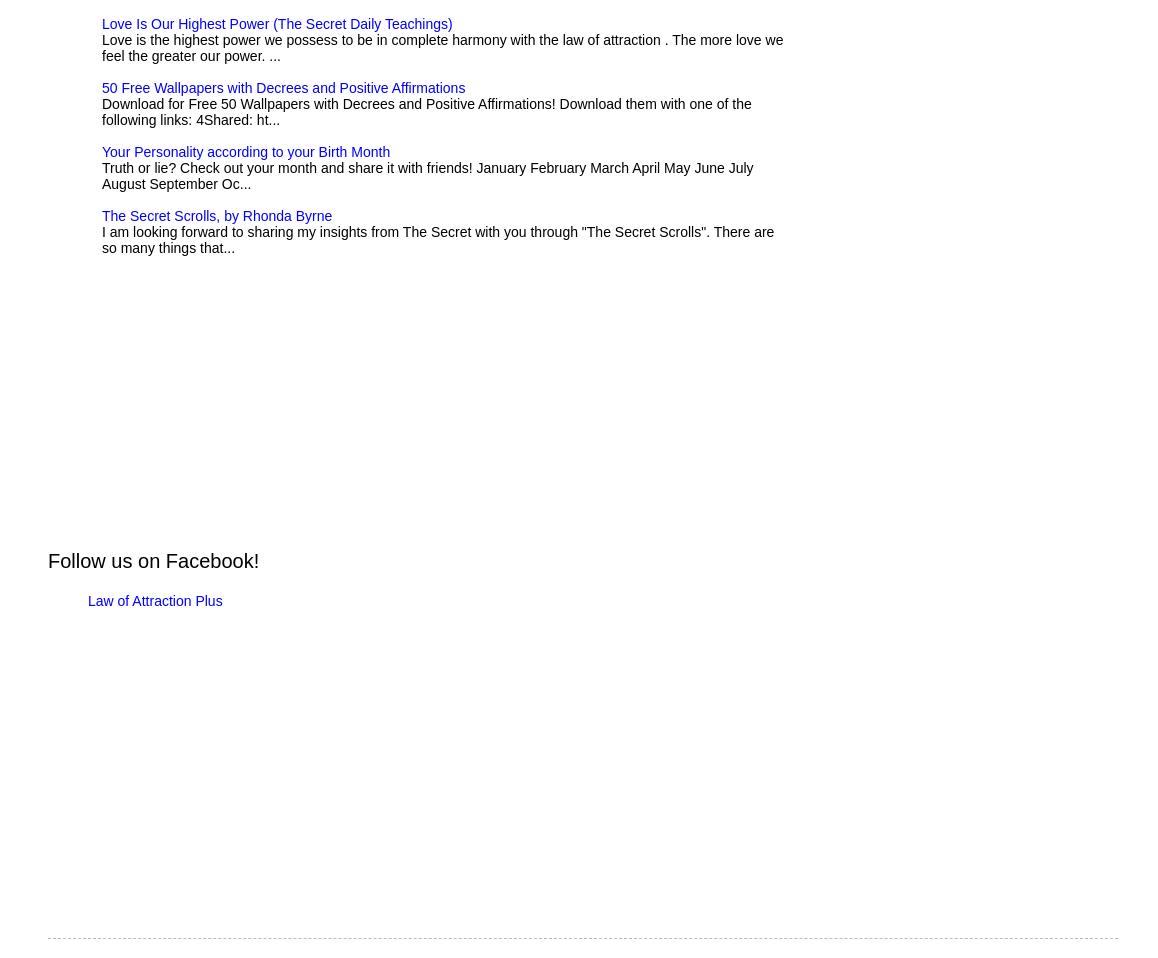  I want to click on 'Your Personality according to your Birth Month', so click(244, 152).